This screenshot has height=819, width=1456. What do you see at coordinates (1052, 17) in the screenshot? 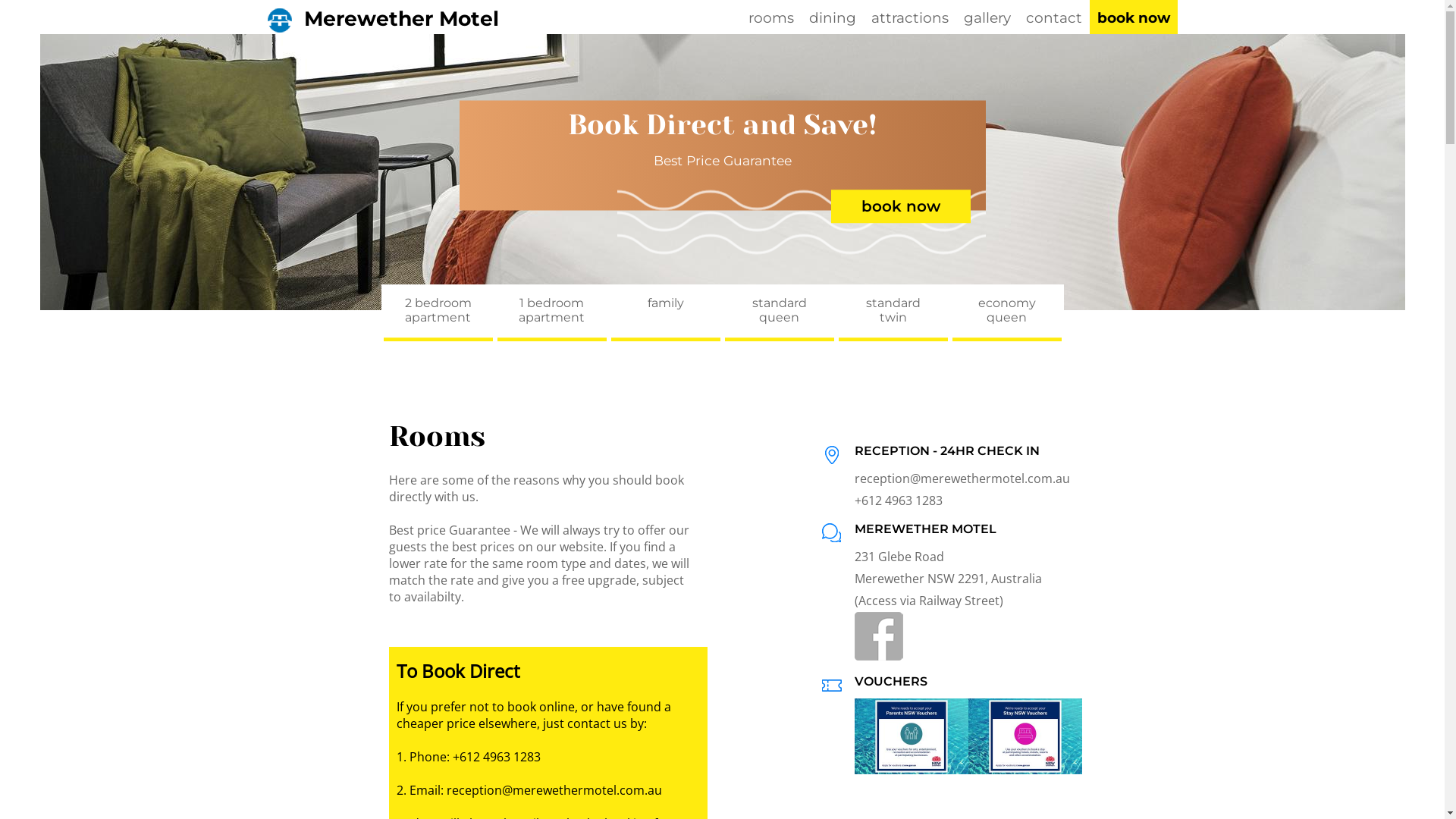
I see `'contact'` at bounding box center [1052, 17].